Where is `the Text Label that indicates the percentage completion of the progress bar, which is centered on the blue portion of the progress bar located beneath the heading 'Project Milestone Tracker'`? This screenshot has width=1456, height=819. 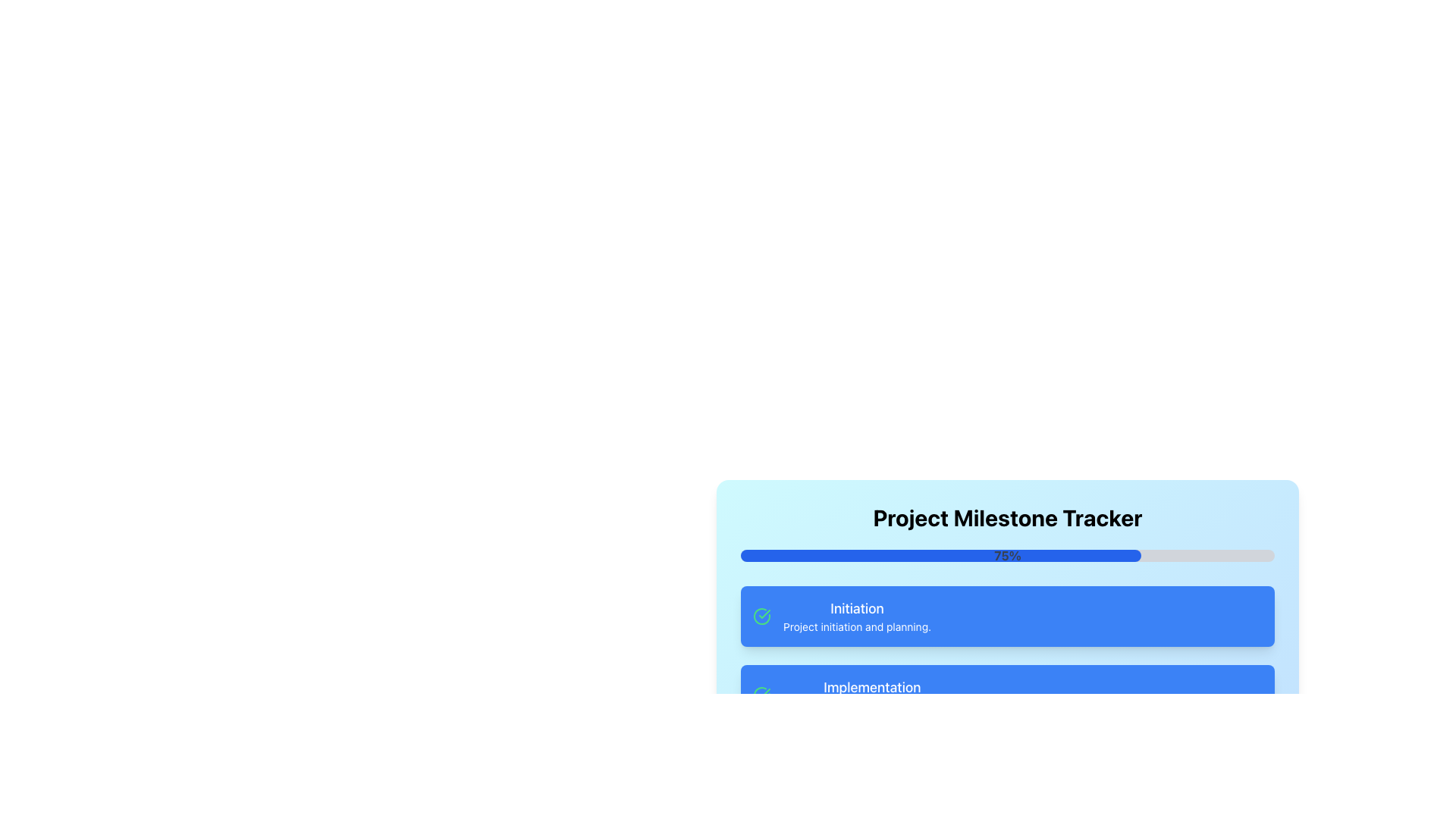 the Text Label that indicates the percentage completion of the progress bar, which is centered on the blue portion of the progress bar located beneath the heading 'Project Milestone Tracker' is located at coordinates (1008, 555).